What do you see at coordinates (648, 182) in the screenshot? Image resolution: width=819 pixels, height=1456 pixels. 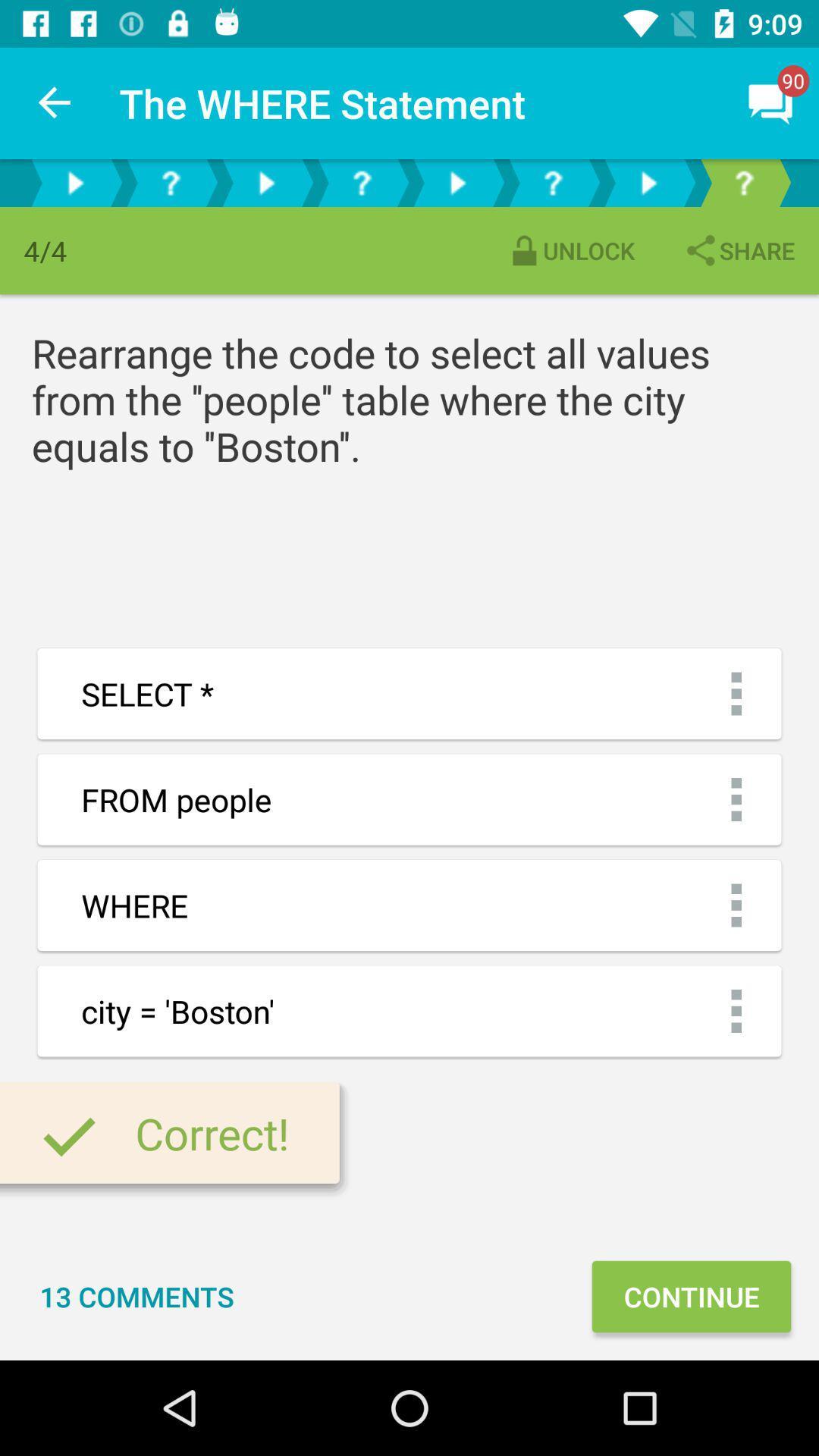 I see `step into` at bounding box center [648, 182].